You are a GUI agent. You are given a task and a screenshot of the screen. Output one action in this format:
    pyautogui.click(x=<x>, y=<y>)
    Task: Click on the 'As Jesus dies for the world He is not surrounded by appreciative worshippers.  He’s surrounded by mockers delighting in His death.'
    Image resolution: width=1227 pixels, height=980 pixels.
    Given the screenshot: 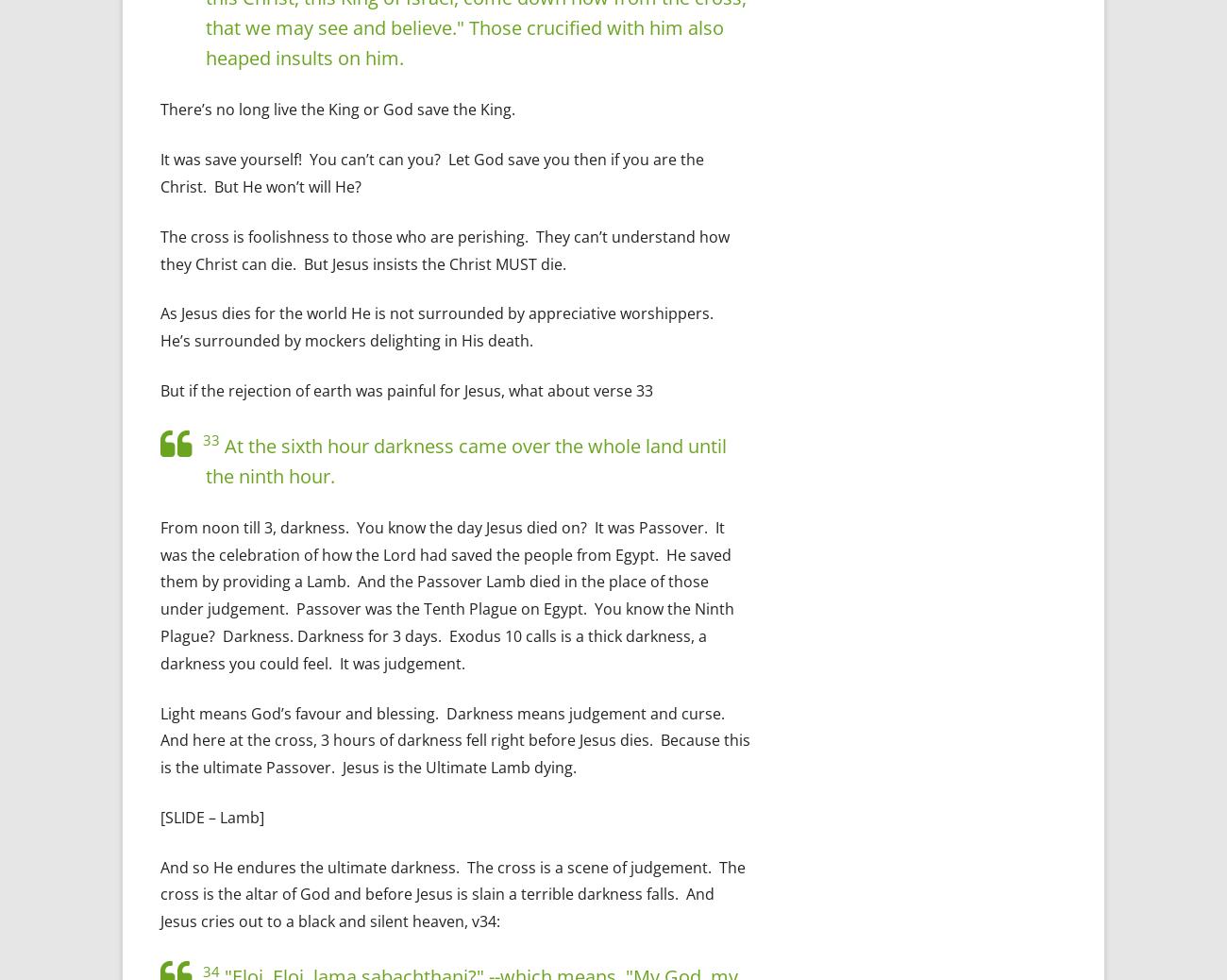 What is the action you would take?
    pyautogui.click(x=438, y=327)
    